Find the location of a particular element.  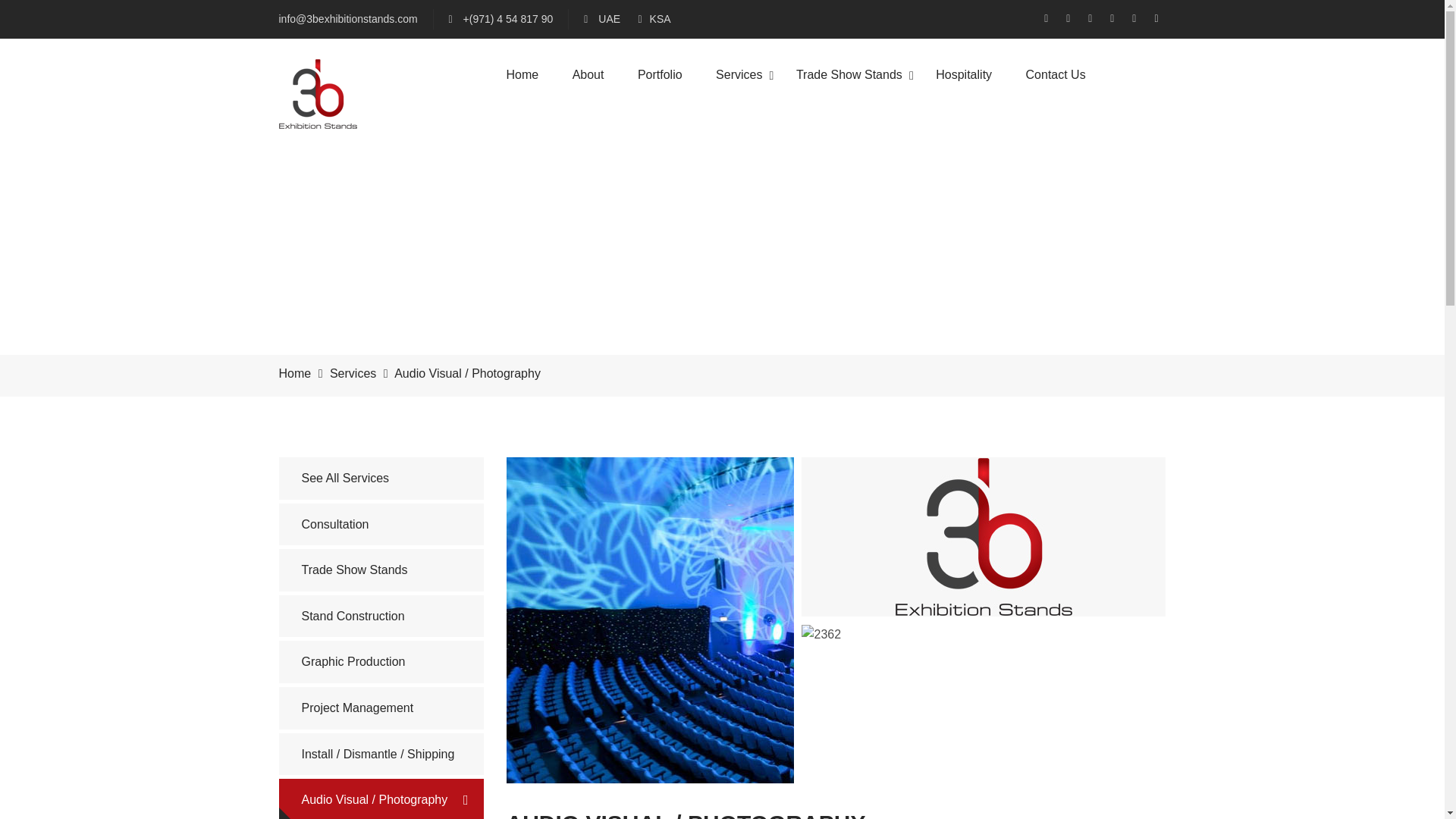

'info@3bexhibitionstands.com' is located at coordinates (279, 18).